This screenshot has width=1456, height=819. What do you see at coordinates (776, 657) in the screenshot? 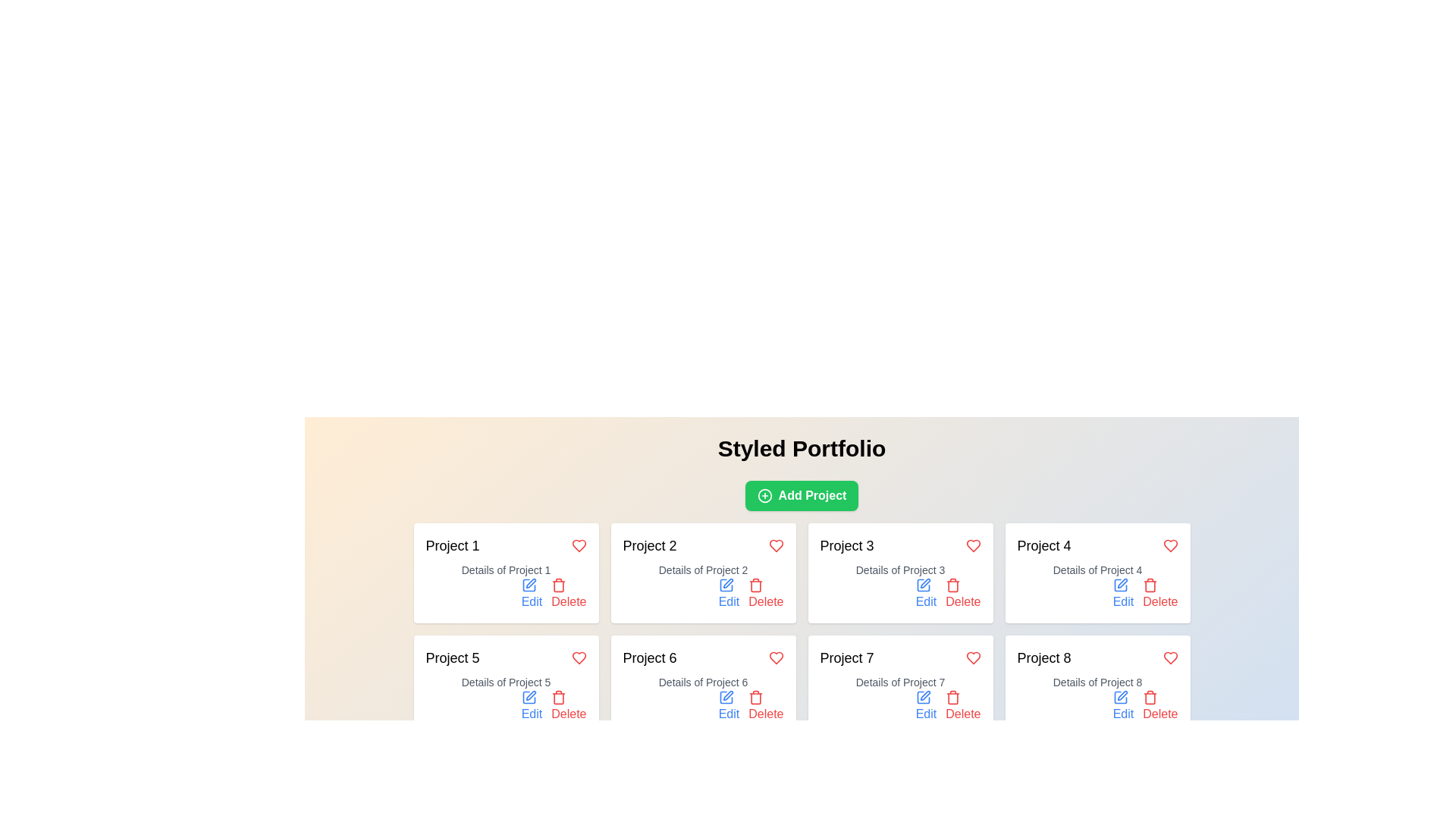
I see `the heart-shaped icon button in the top-right corner of the 'Project 6' card to mark the project as liked or unliked` at bounding box center [776, 657].